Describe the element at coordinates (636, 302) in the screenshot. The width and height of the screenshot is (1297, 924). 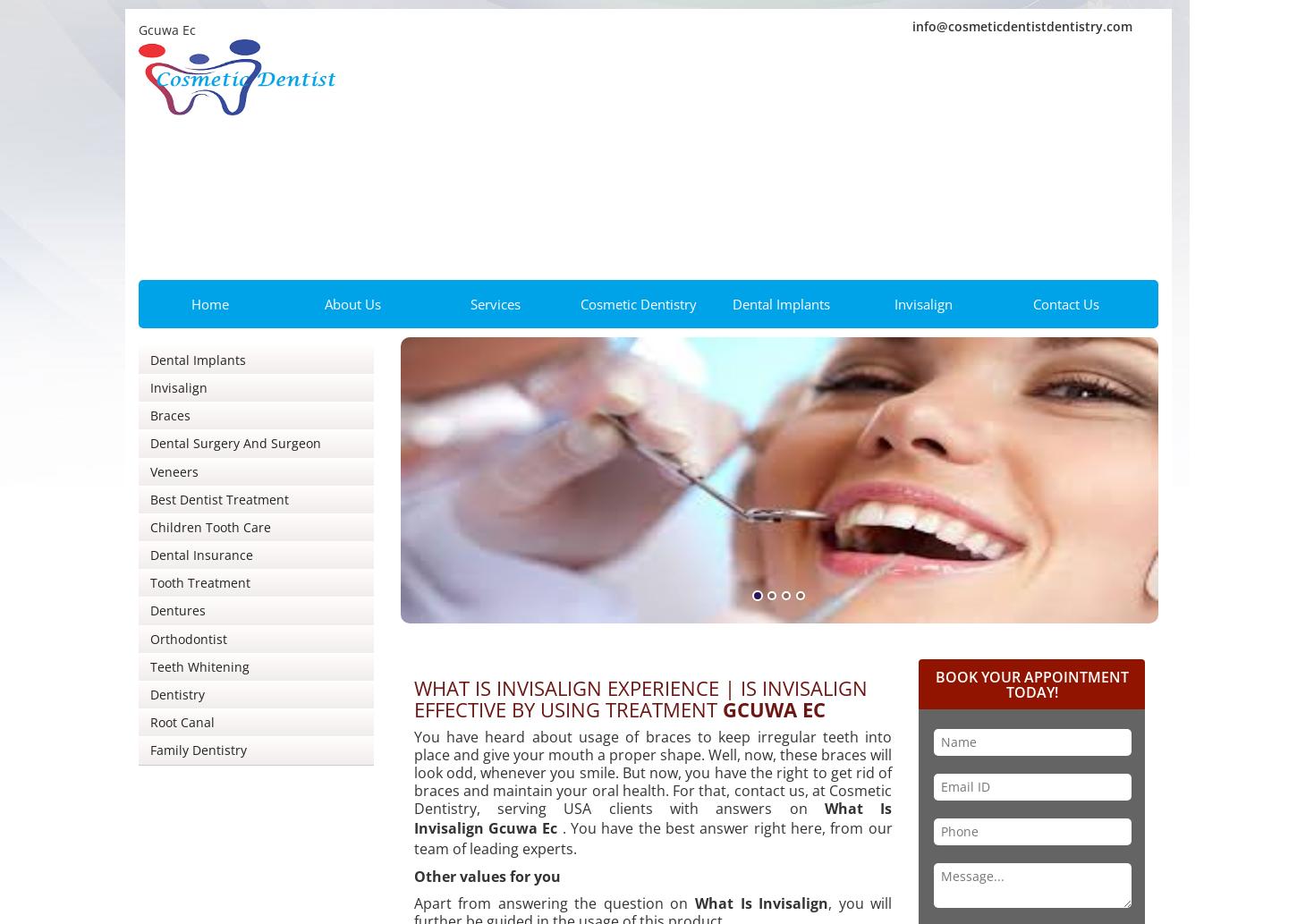
I see `'Cosmetic Dentistry'` at that location.